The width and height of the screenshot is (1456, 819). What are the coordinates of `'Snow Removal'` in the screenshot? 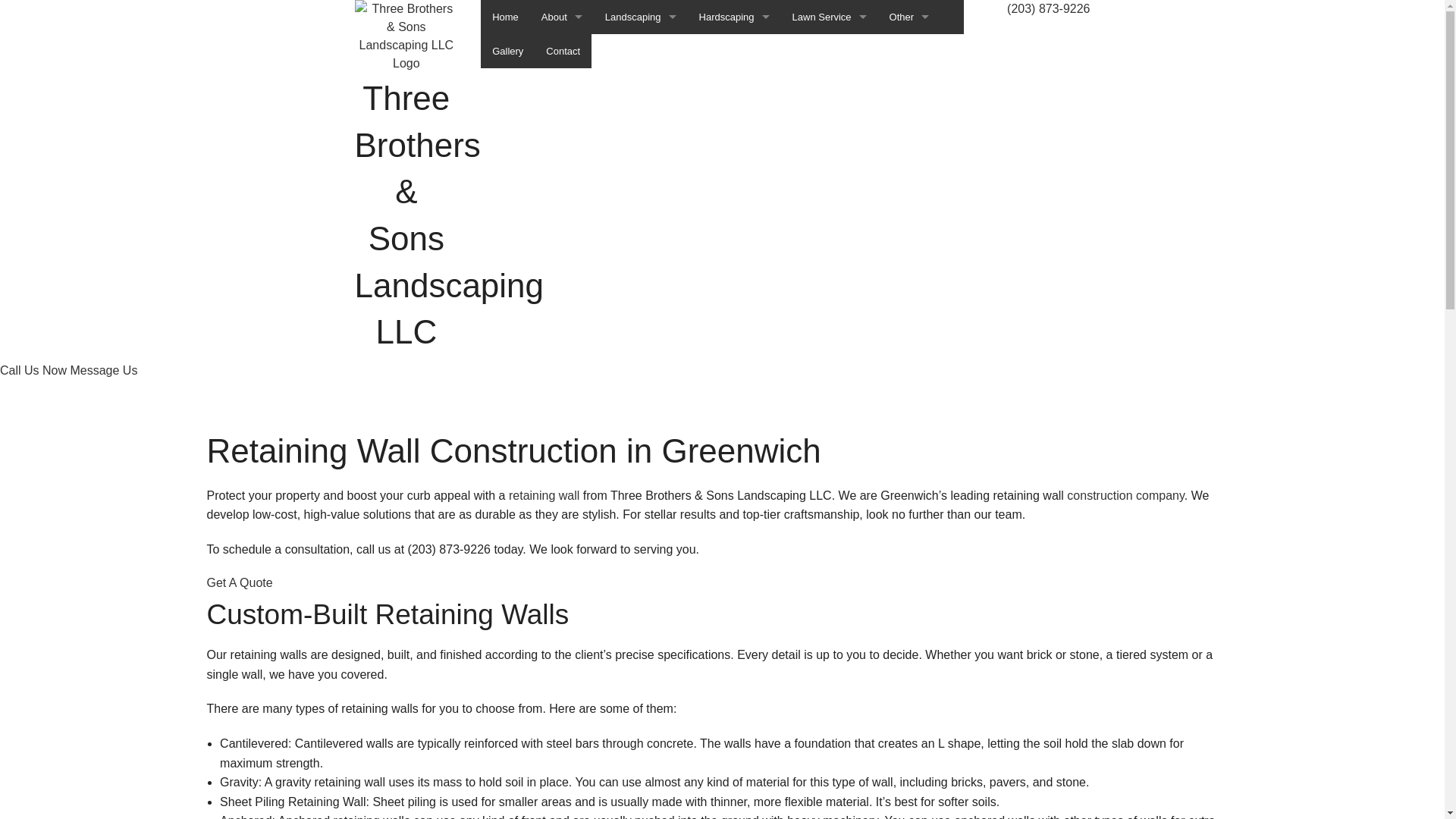 It's located at (909, 631).